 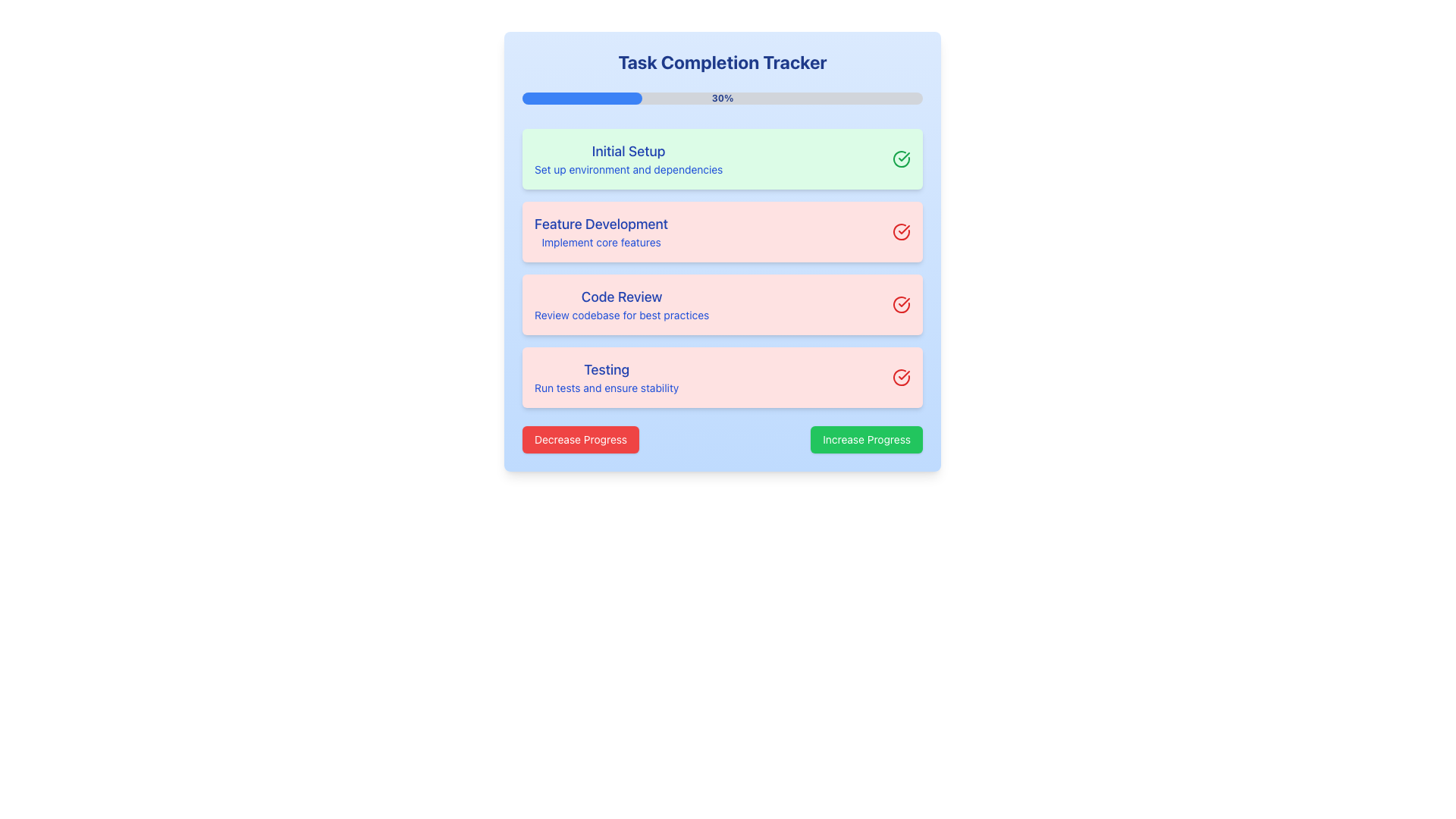 I want to click on the Informational panel which has a light red background and contains the text 'Testing' and a checkmark icon, so click(x=722, y=376).